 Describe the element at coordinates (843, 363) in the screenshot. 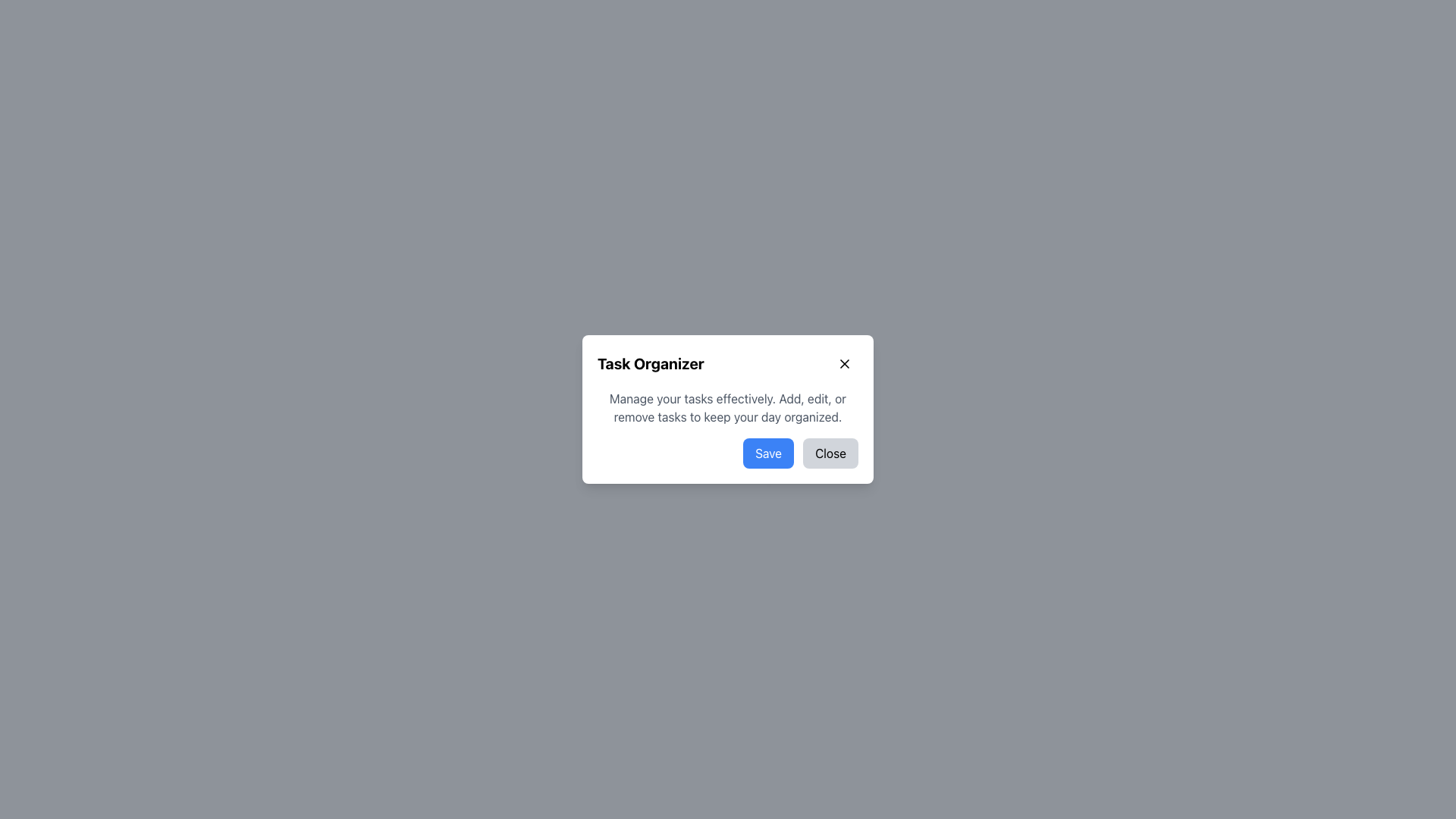

I see `the Close icon located within the SVG graphic in the top-right corner of the dialog box titled 'Task Organizer' to receive possible visual feedback` at that location.